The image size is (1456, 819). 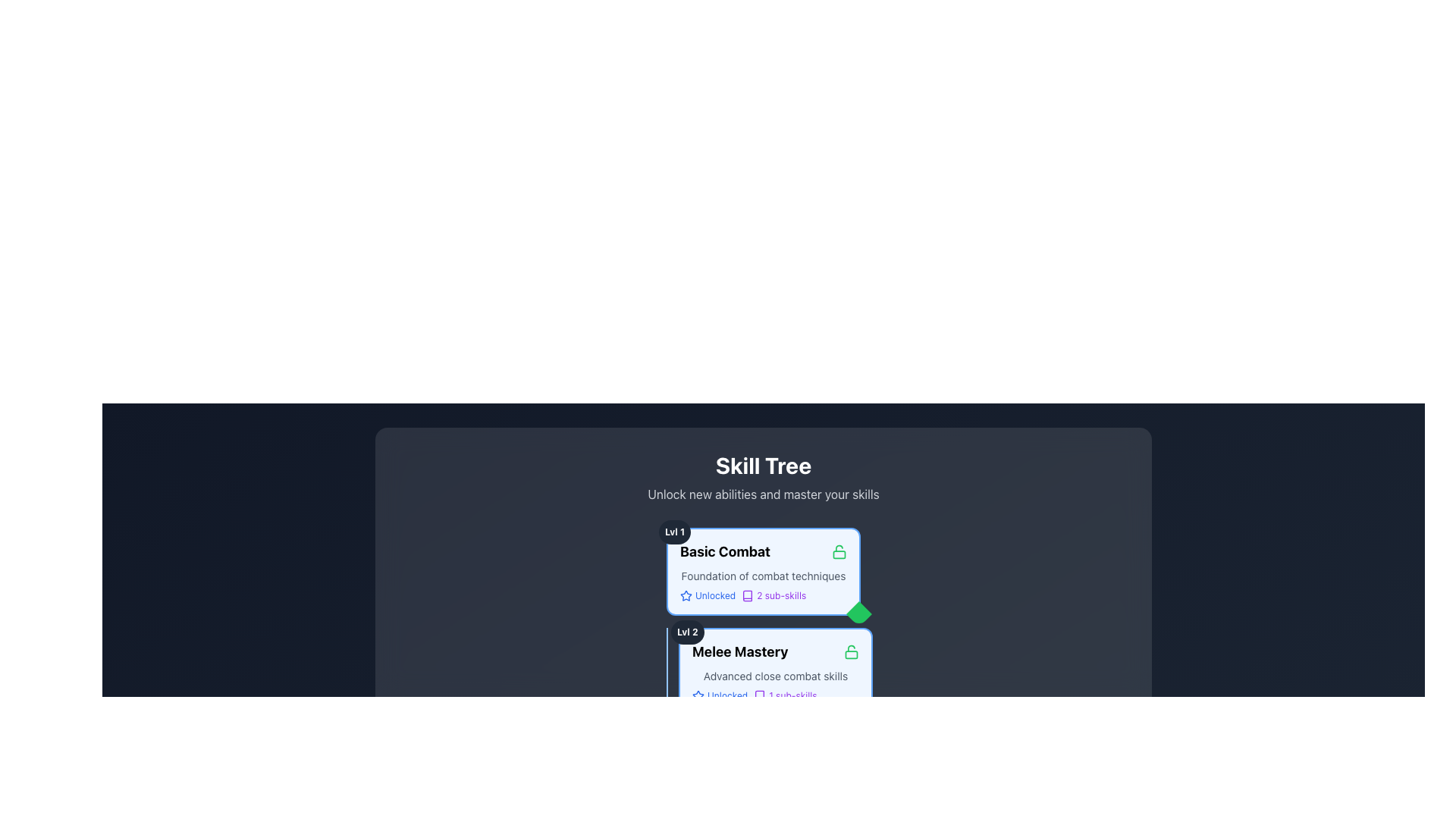 I want to click on the label indicating the level of the 'Basic Combat' skill, which is positioned above the main text content in the skill tree interface, so click(x=674, y=532).